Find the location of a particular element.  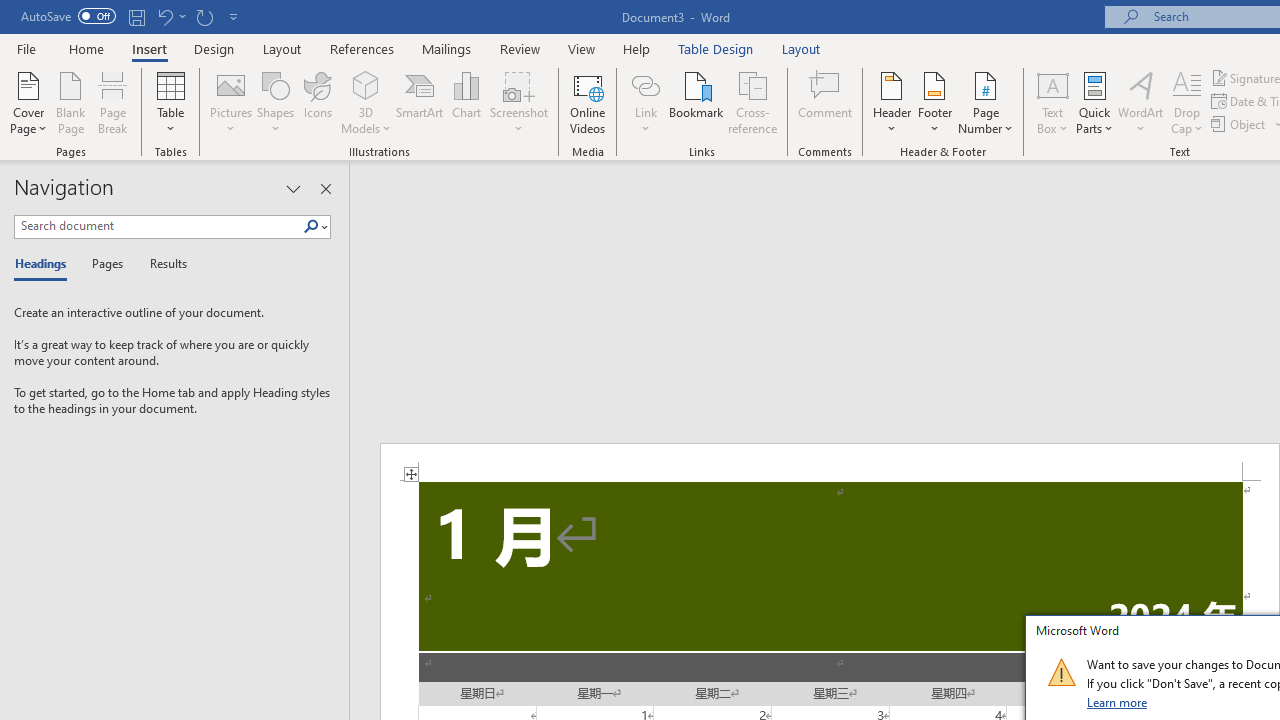

'SmartArt...' is located at coordinates (418, 103).